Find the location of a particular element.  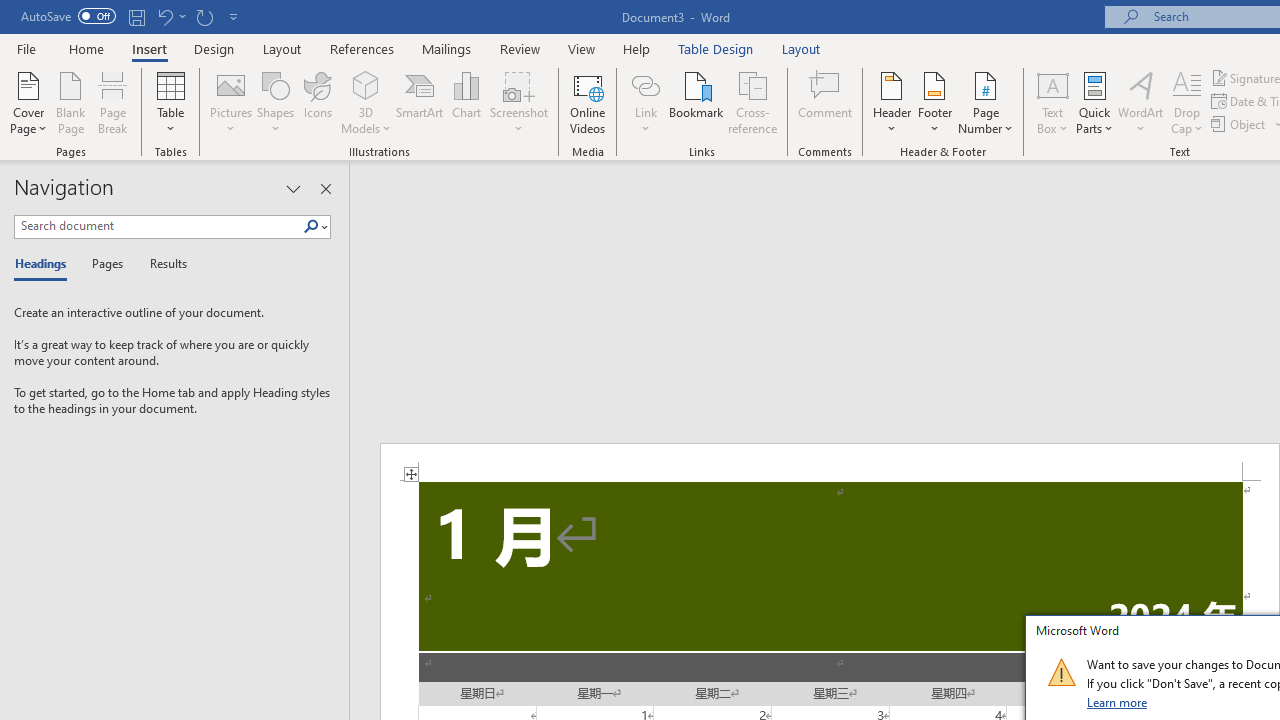

'SmartArt...' is located at coordinates (418, 103).